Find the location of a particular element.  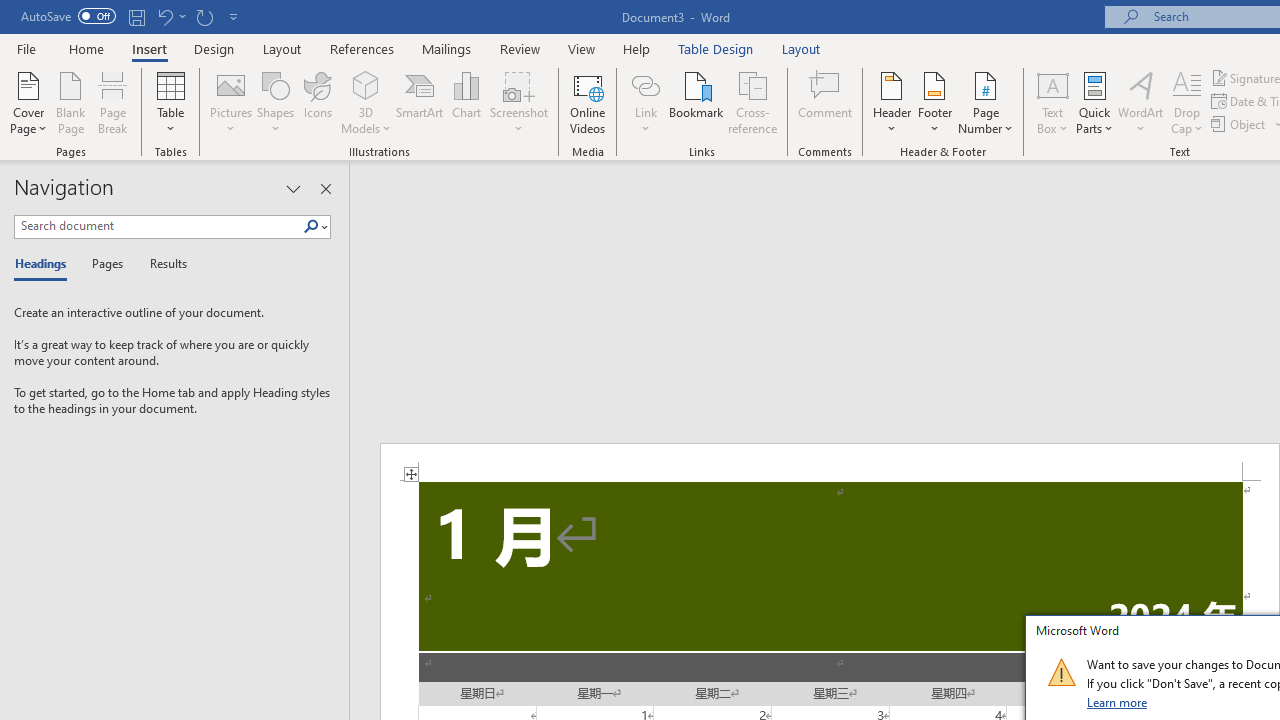

'SmartArt...' is located at coordinates (418, 103).